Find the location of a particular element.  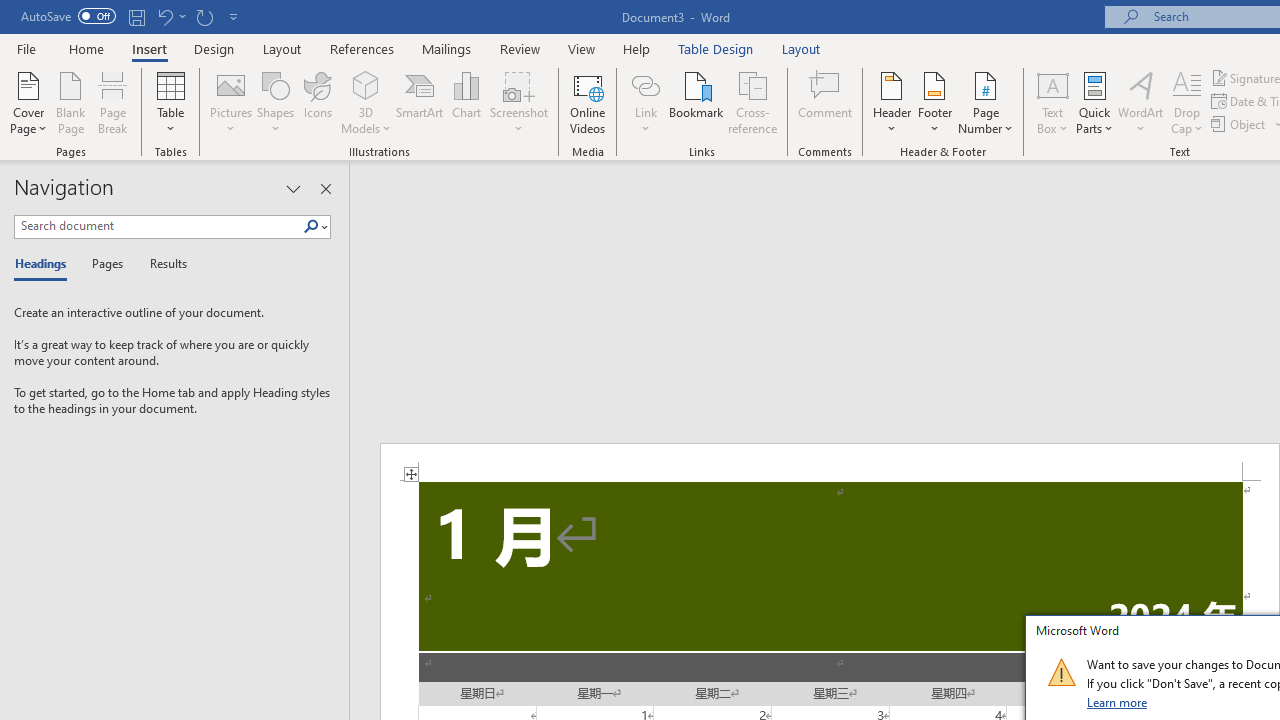

'SmartArt...' is located at coordinates (418, 103).